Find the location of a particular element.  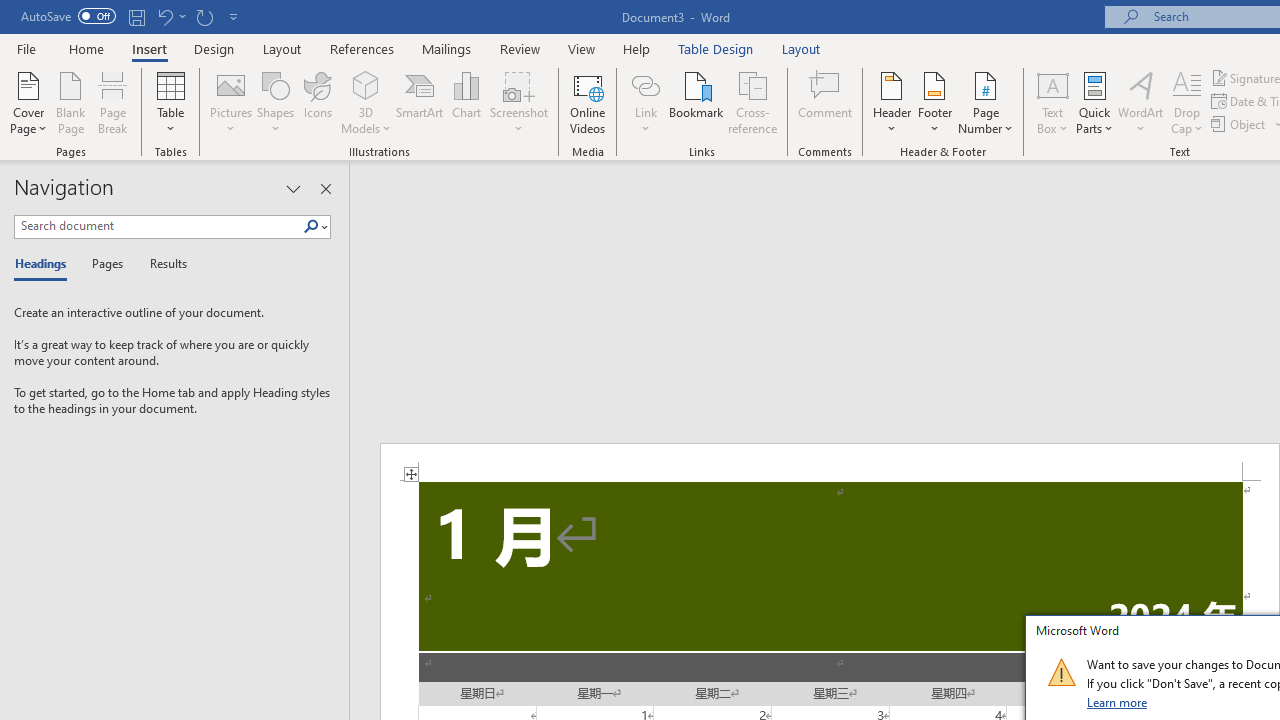

'SmartArt...' is located at coordinates (418, 103).